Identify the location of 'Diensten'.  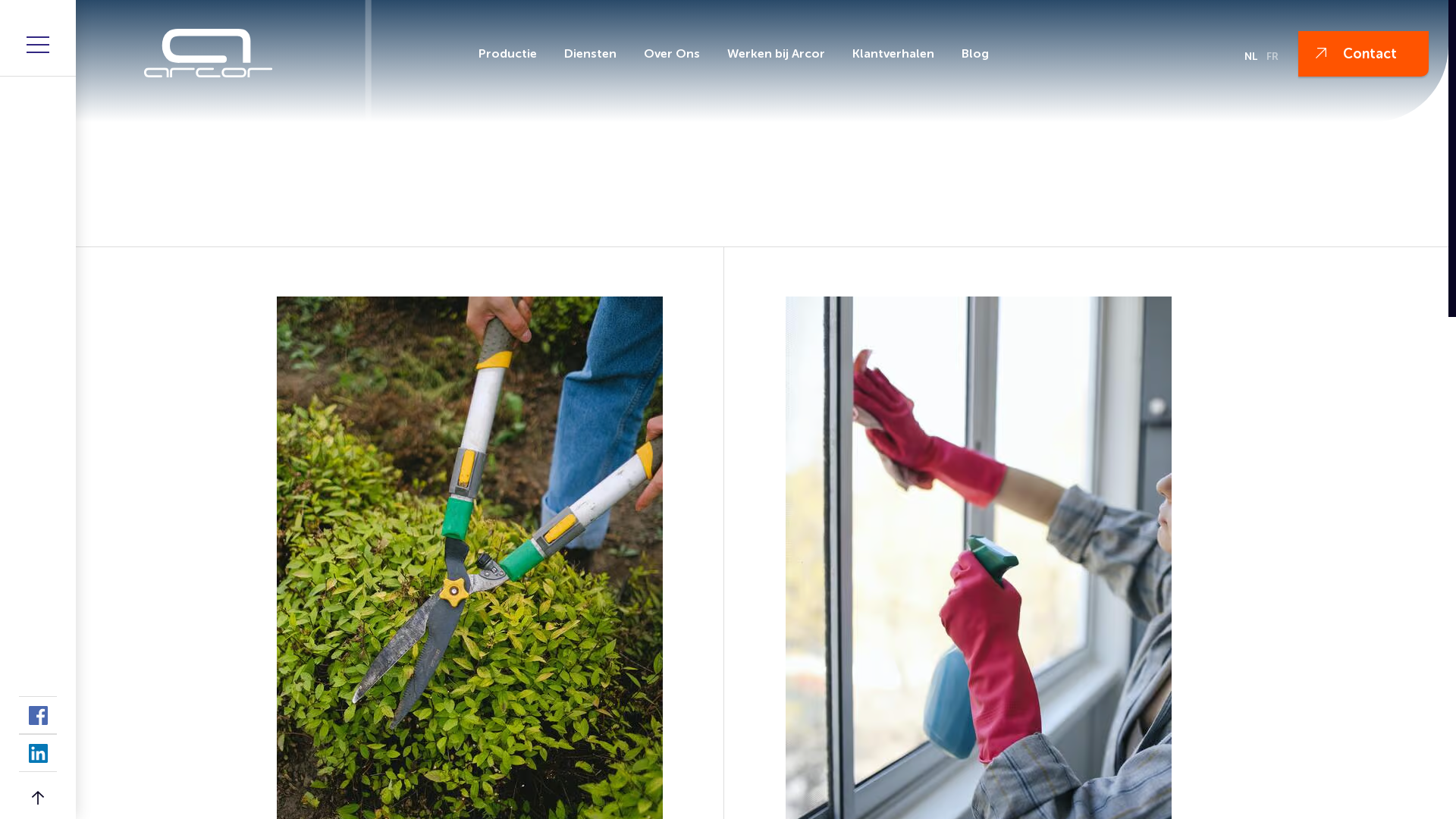
(589, 52).